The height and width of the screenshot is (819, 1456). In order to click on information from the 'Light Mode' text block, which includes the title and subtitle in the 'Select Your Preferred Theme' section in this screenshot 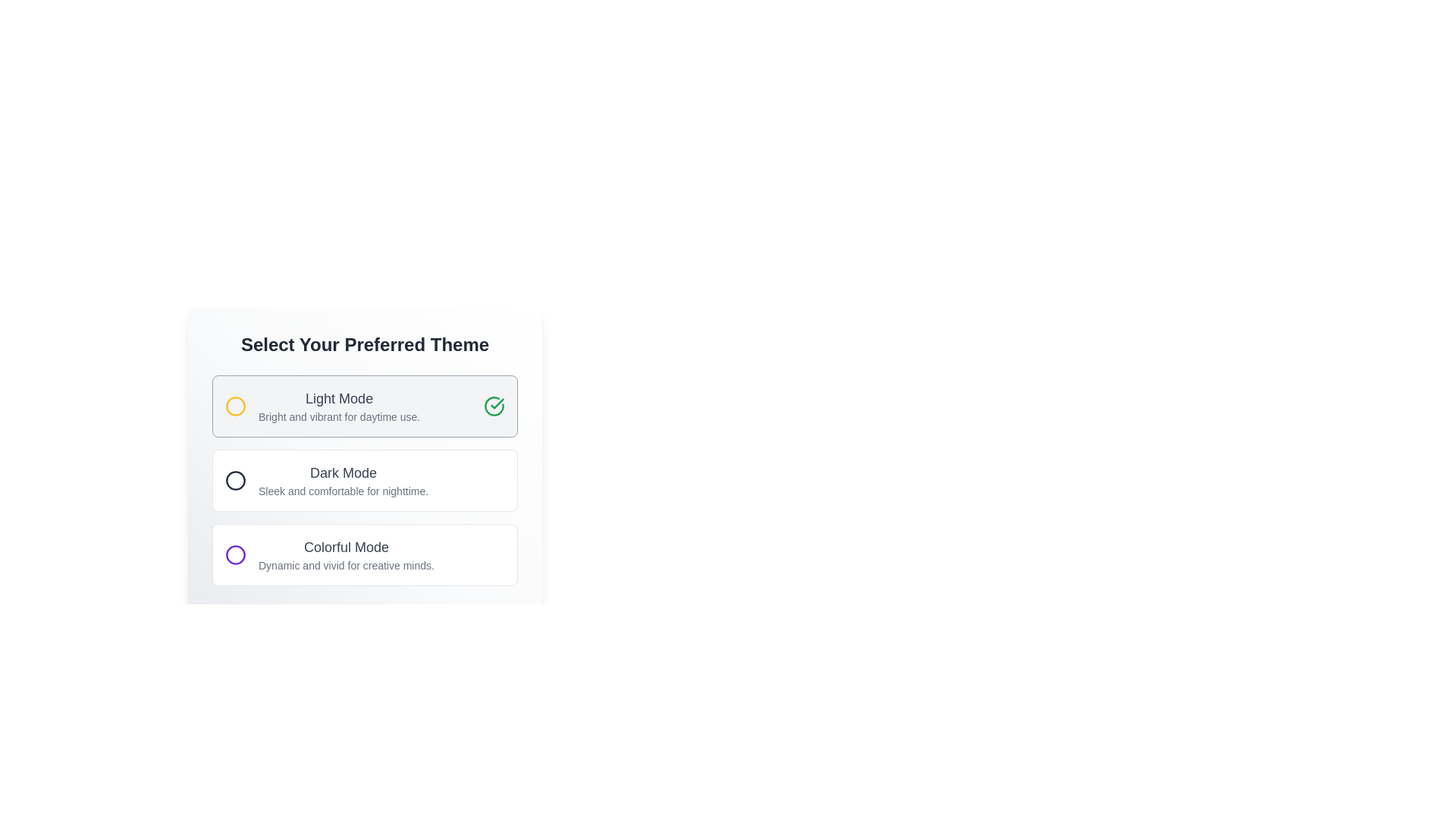, I will do `click(338, 406)`.